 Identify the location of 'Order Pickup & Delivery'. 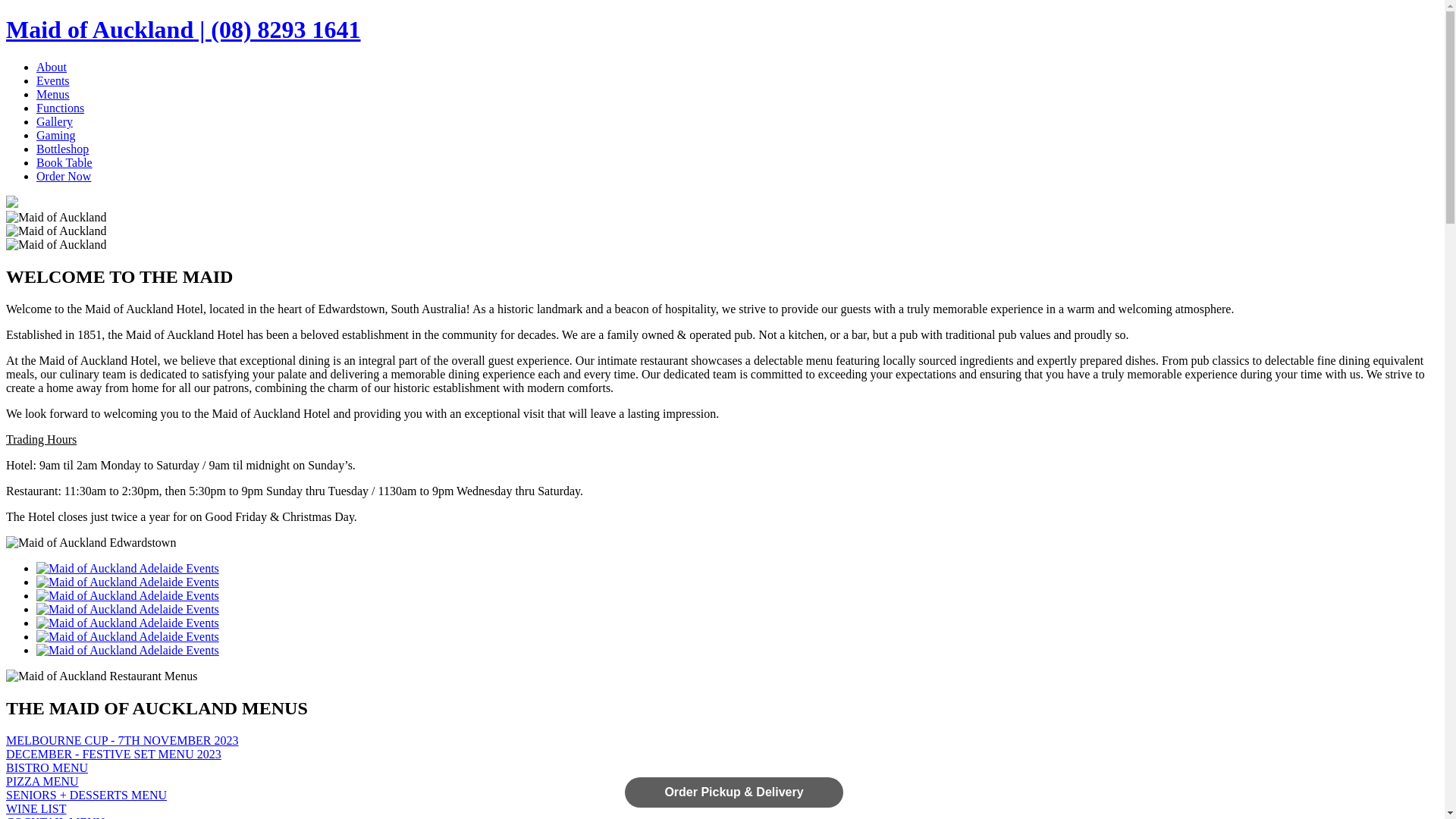
(625, 791).